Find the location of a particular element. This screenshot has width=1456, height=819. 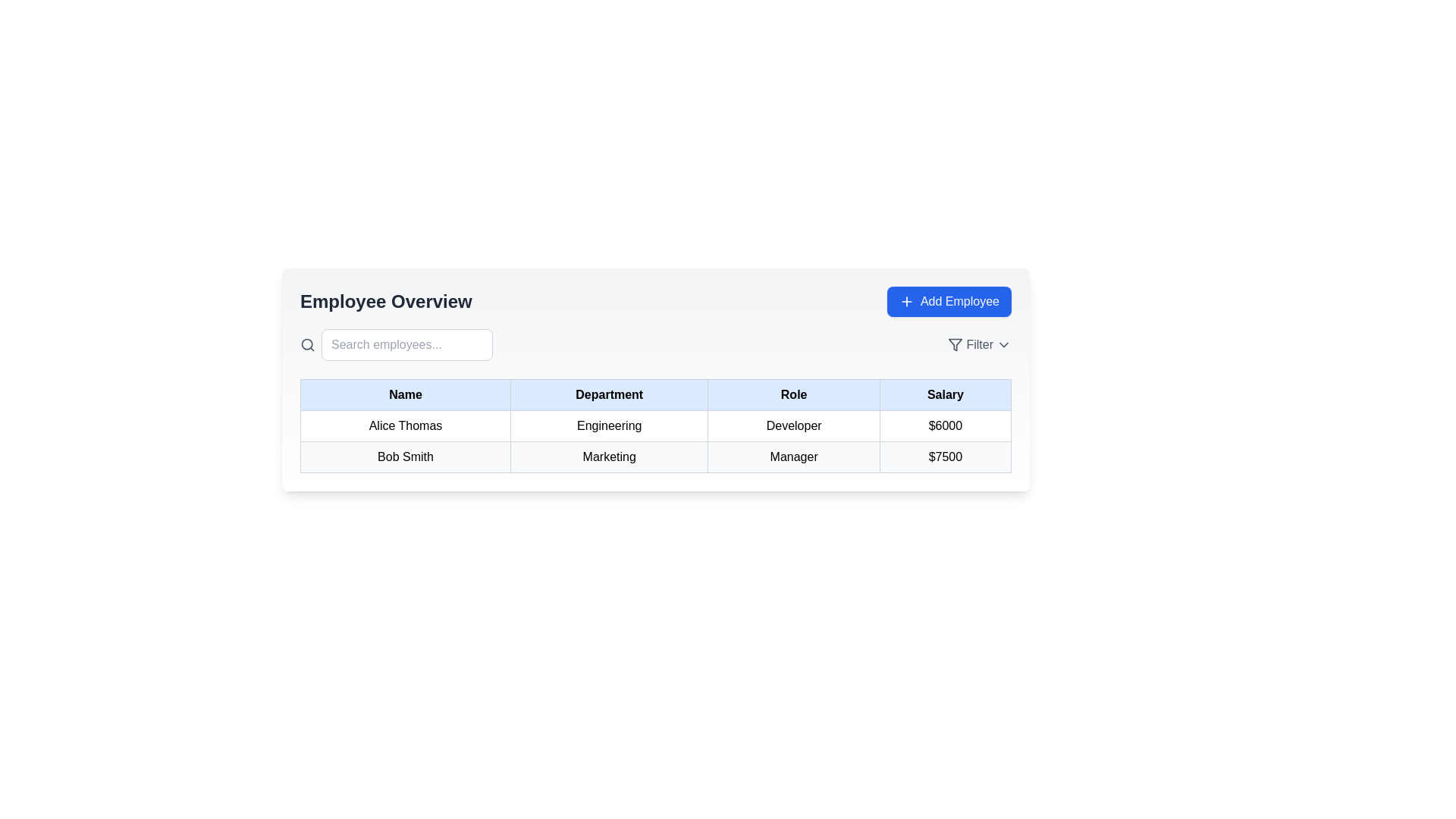

the Text display field that contains the text 'Bob Smith', styled with a border and padding, located in the second row of a table under the 'Name' column is located at coordinates (405, 456).